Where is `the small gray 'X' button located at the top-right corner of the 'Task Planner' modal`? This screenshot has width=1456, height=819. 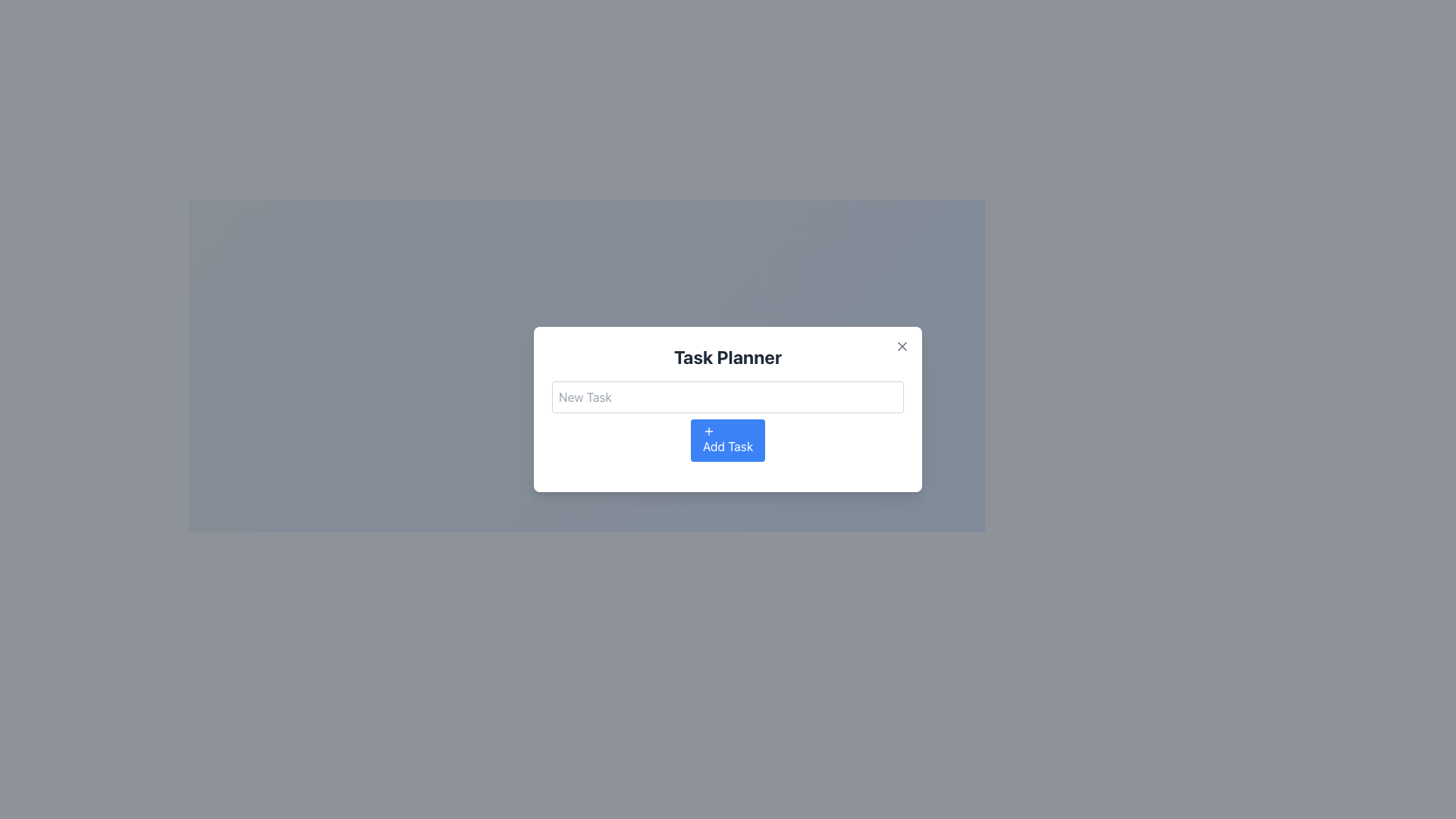 the small gray 'X' button located at the top-right corner of the 'Task Planner' modal is located at coordinates (902, 346).